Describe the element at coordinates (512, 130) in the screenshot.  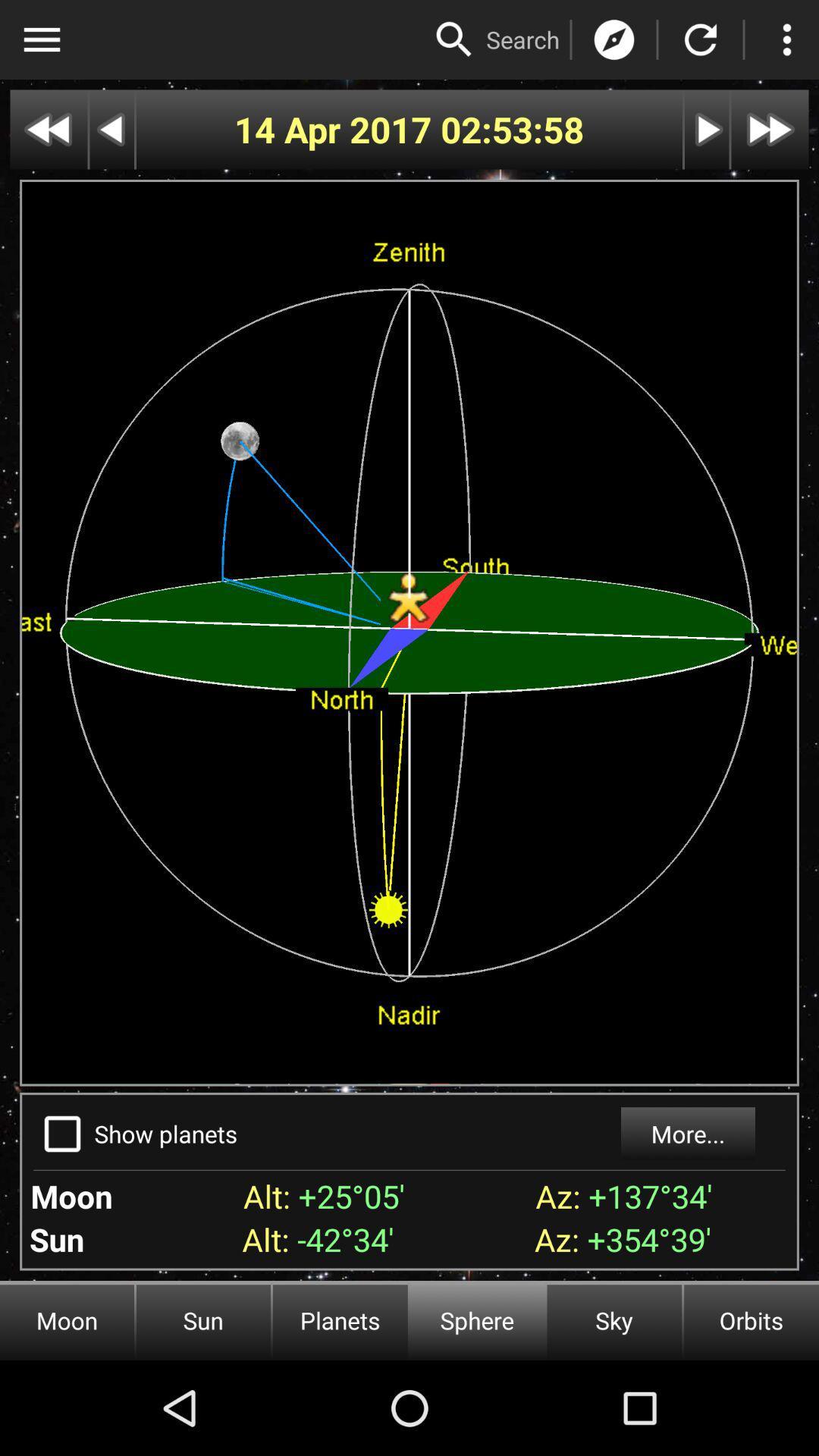
I see `the icon next to 14 apr 2017  item` at that location.